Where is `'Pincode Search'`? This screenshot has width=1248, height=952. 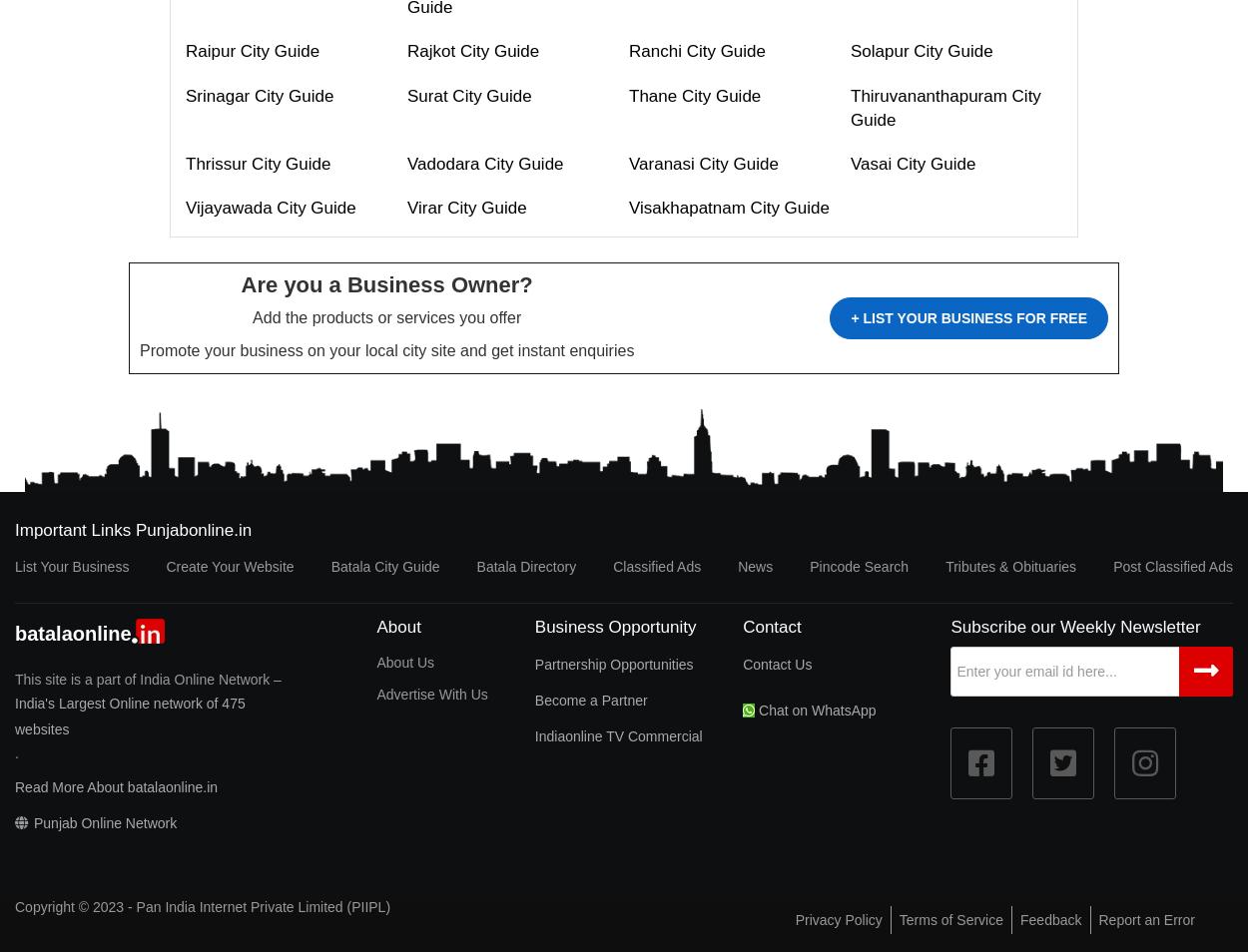 'Pincode Search' is located at coordinates (858, 564).